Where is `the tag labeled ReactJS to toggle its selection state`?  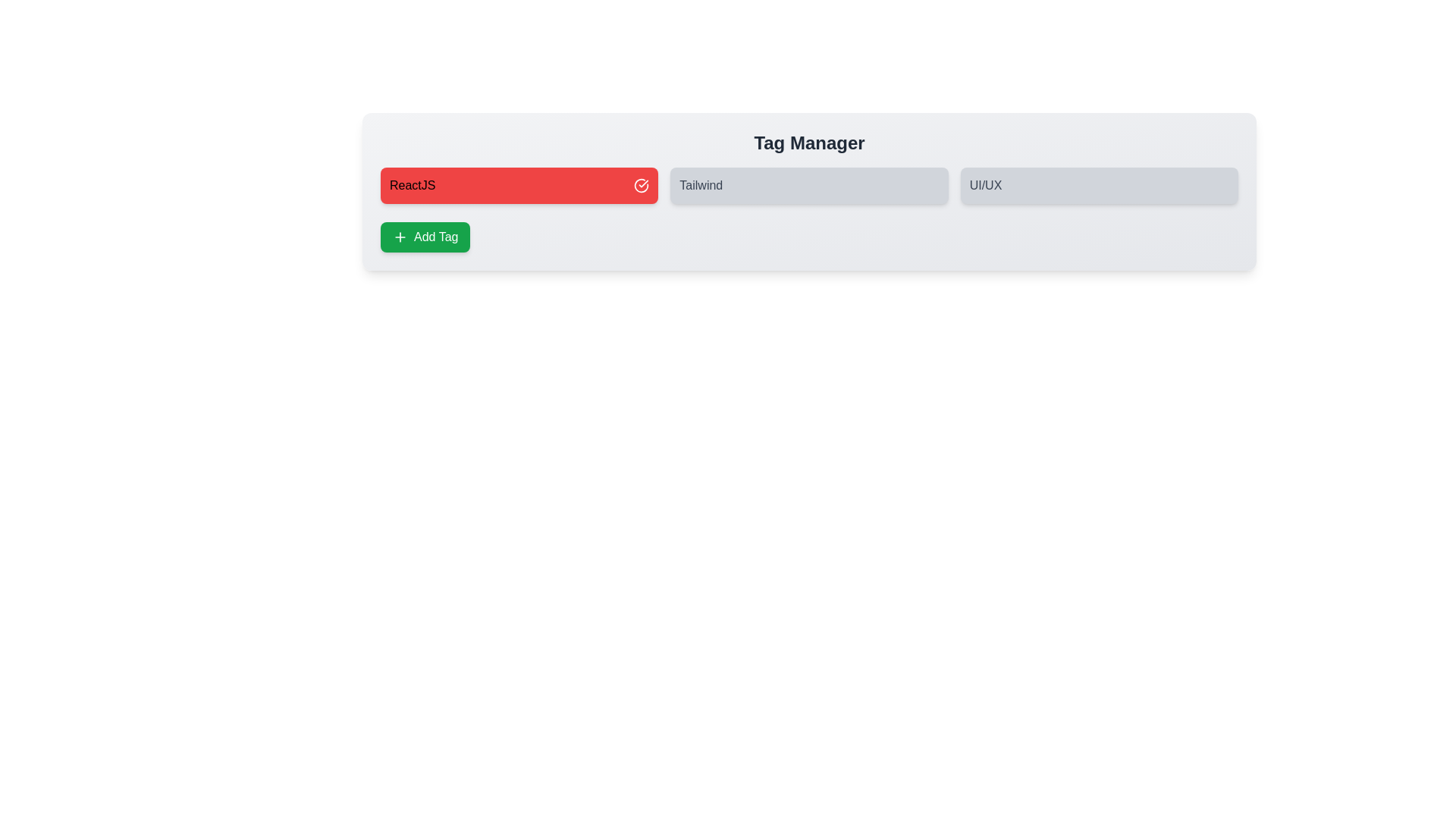
the tag labeled ReactJS to toggle its selection state is located at coordinates (519, 185).